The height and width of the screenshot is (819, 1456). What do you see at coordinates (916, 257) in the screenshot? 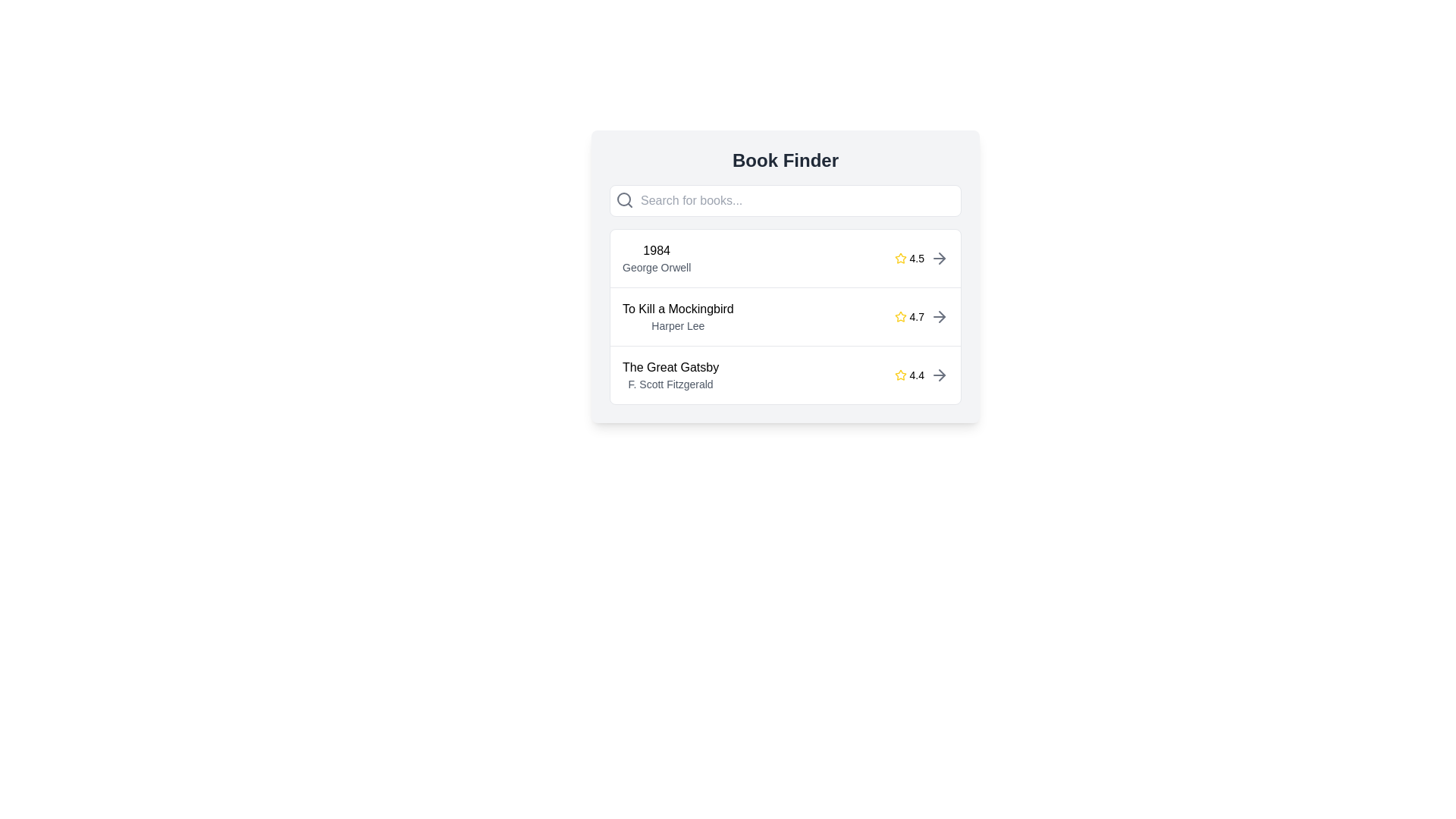
I see `the numeric text label displaying '4.5', which is located to the right of the star icon for the book '1984' by George Orwell` at bounding box center [916, 257].